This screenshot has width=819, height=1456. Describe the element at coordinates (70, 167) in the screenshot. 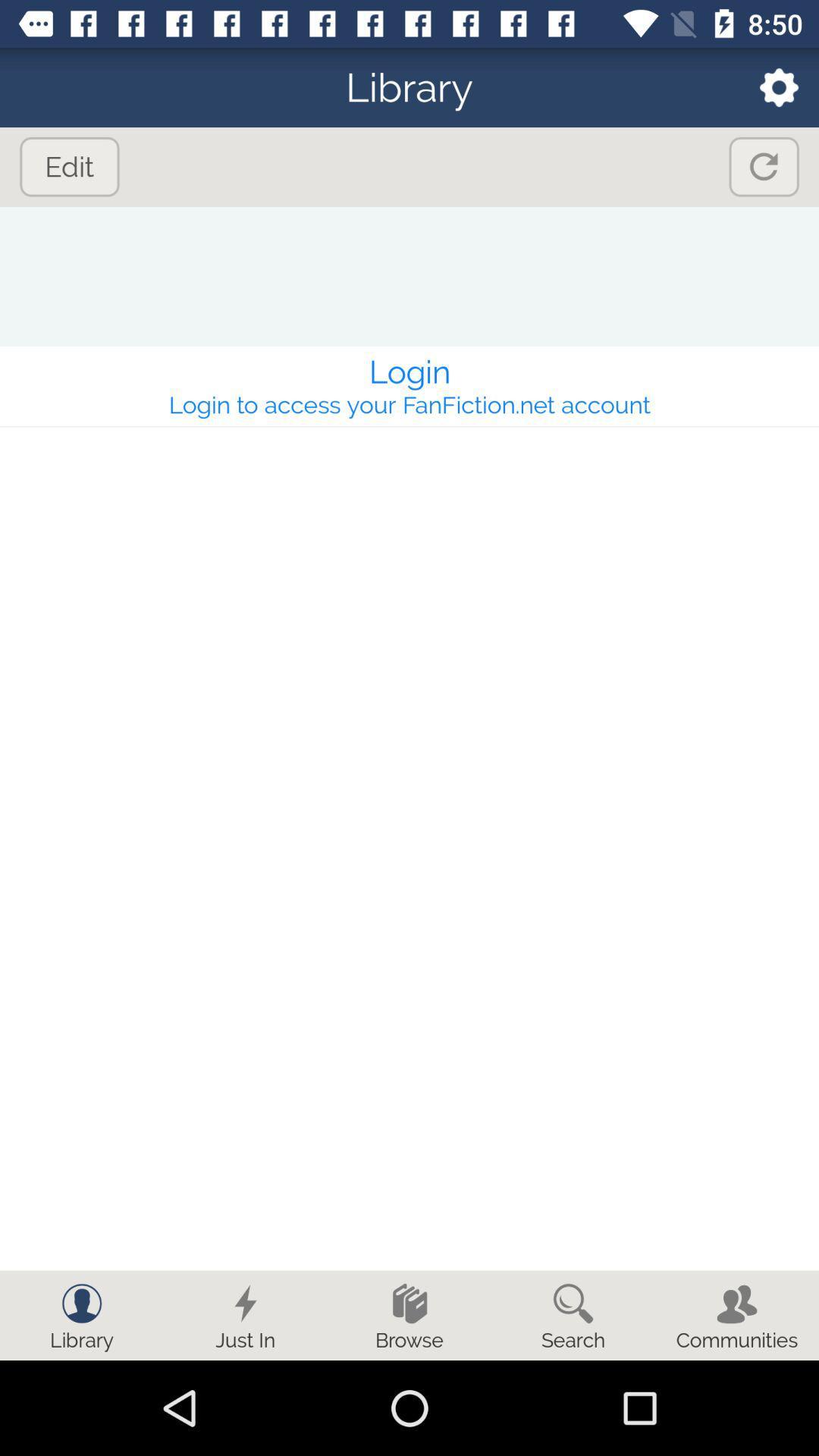

I see `the edit button` at that location.